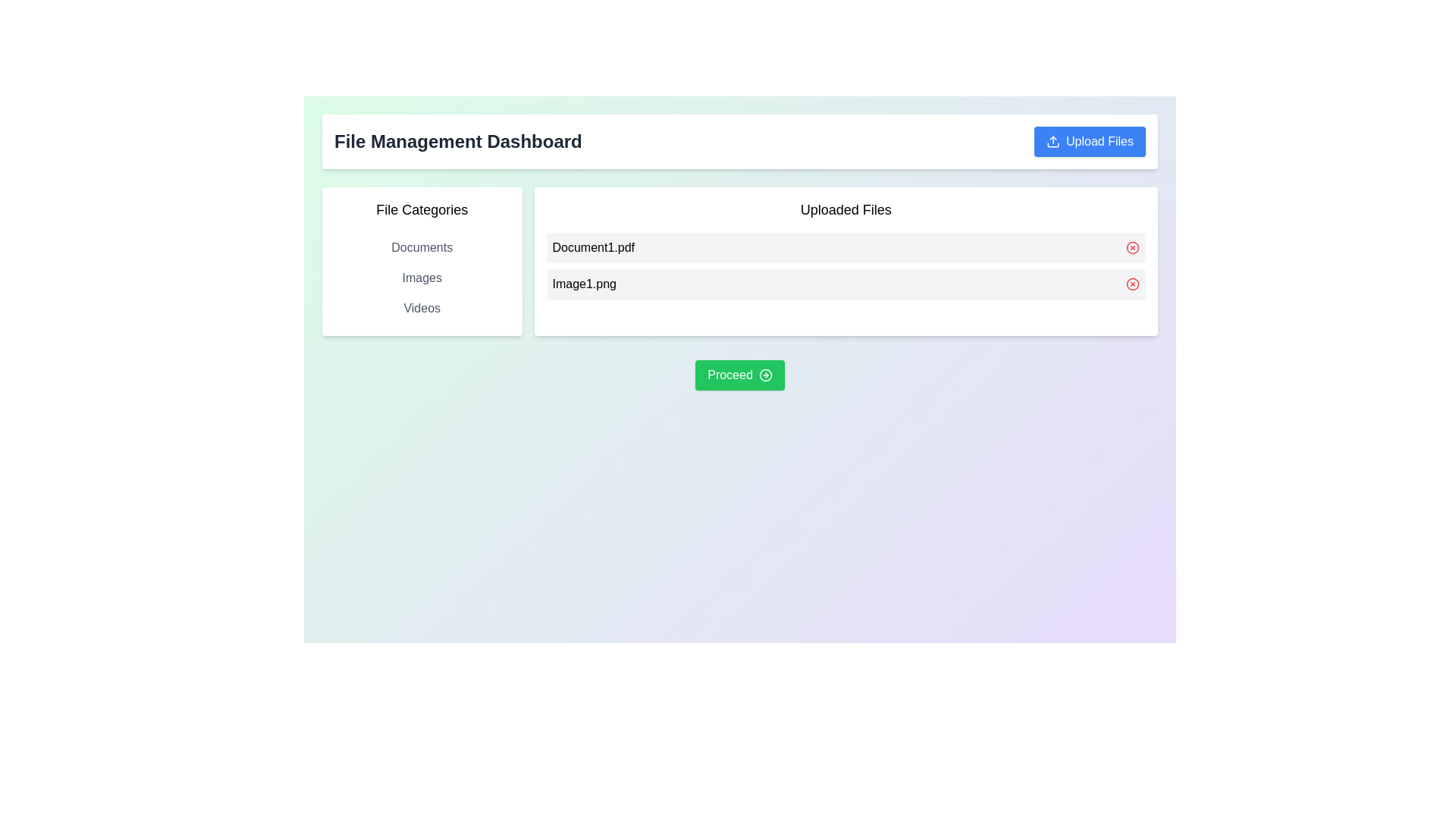  I want to click on the circular arrow icon located to the right of the 'Proceed' text within the 'Proceed' button, so click(765, 375).